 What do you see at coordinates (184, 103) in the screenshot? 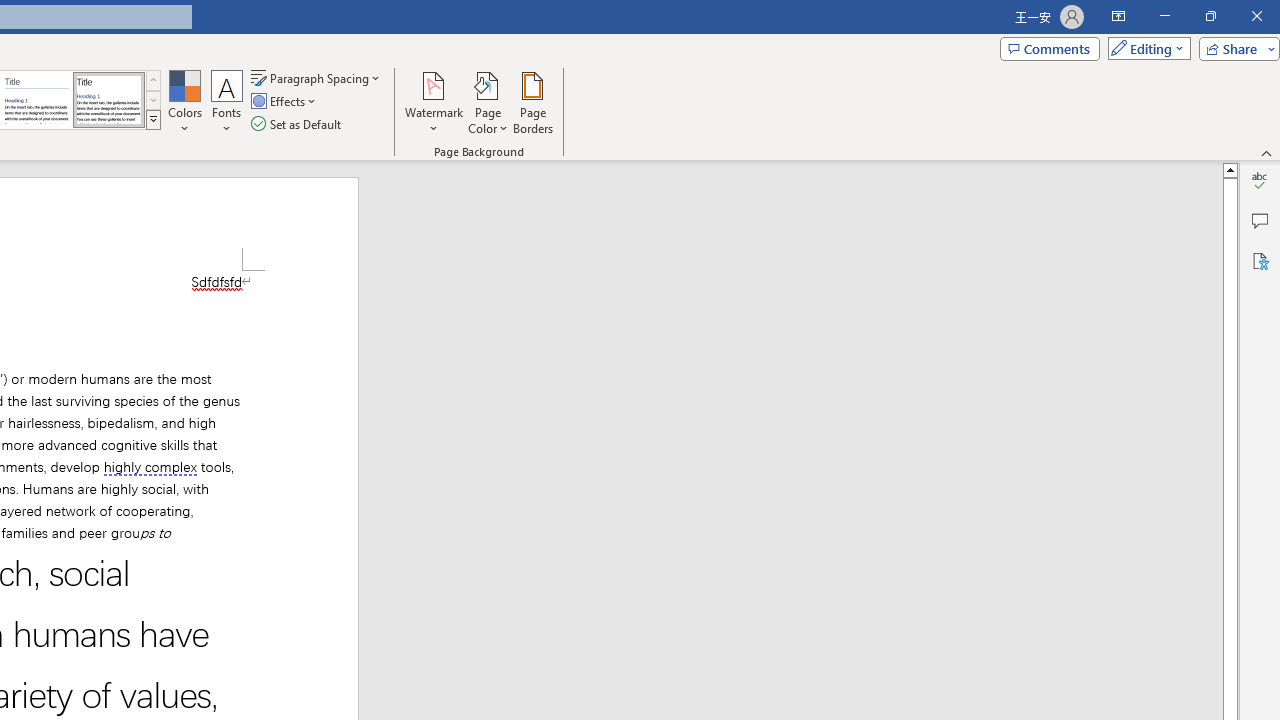
I see `'Colors'` at bounding box center [184, 103].